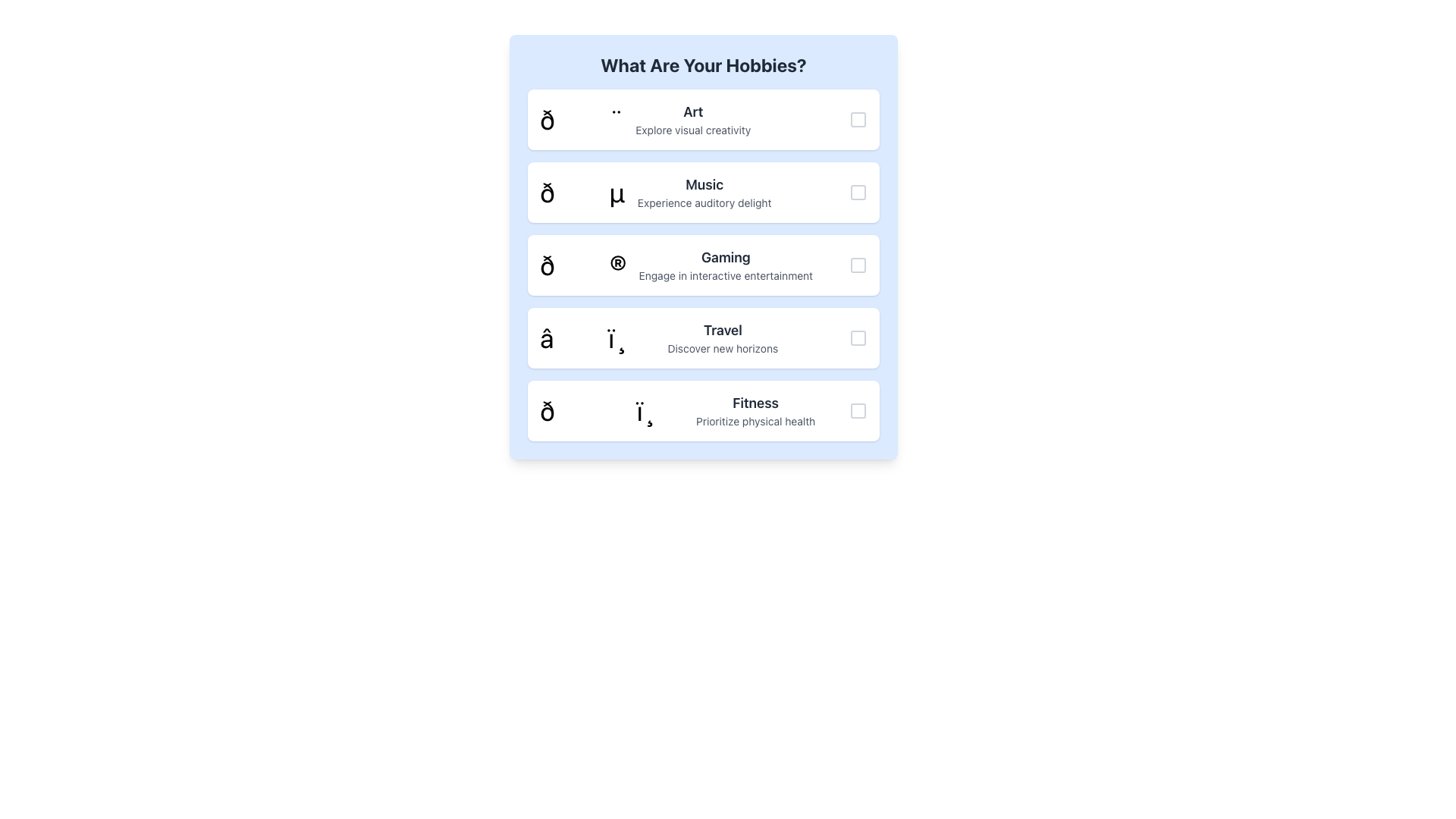  What do you see at coordinates (702, 411) in the screenshot?
I see `the checkbox of the selectable list item labeled 'Fitness' with the subtitle 'Prioritize physical health'` at bounding box center [702, 411].